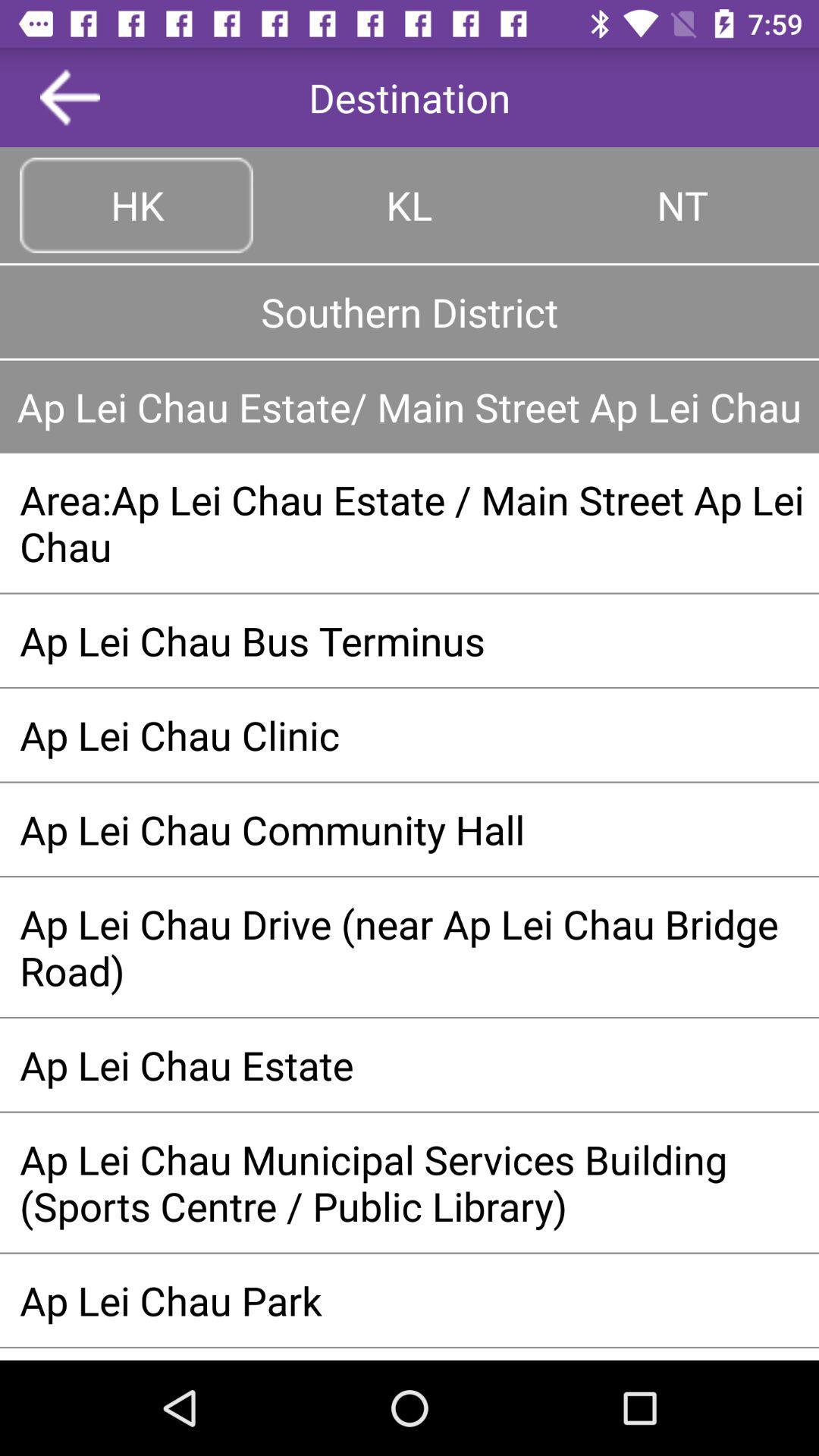 The height and width of the screenshot is (1456, 819). I want to click on app to the left of the destination app, so click(70, 96).